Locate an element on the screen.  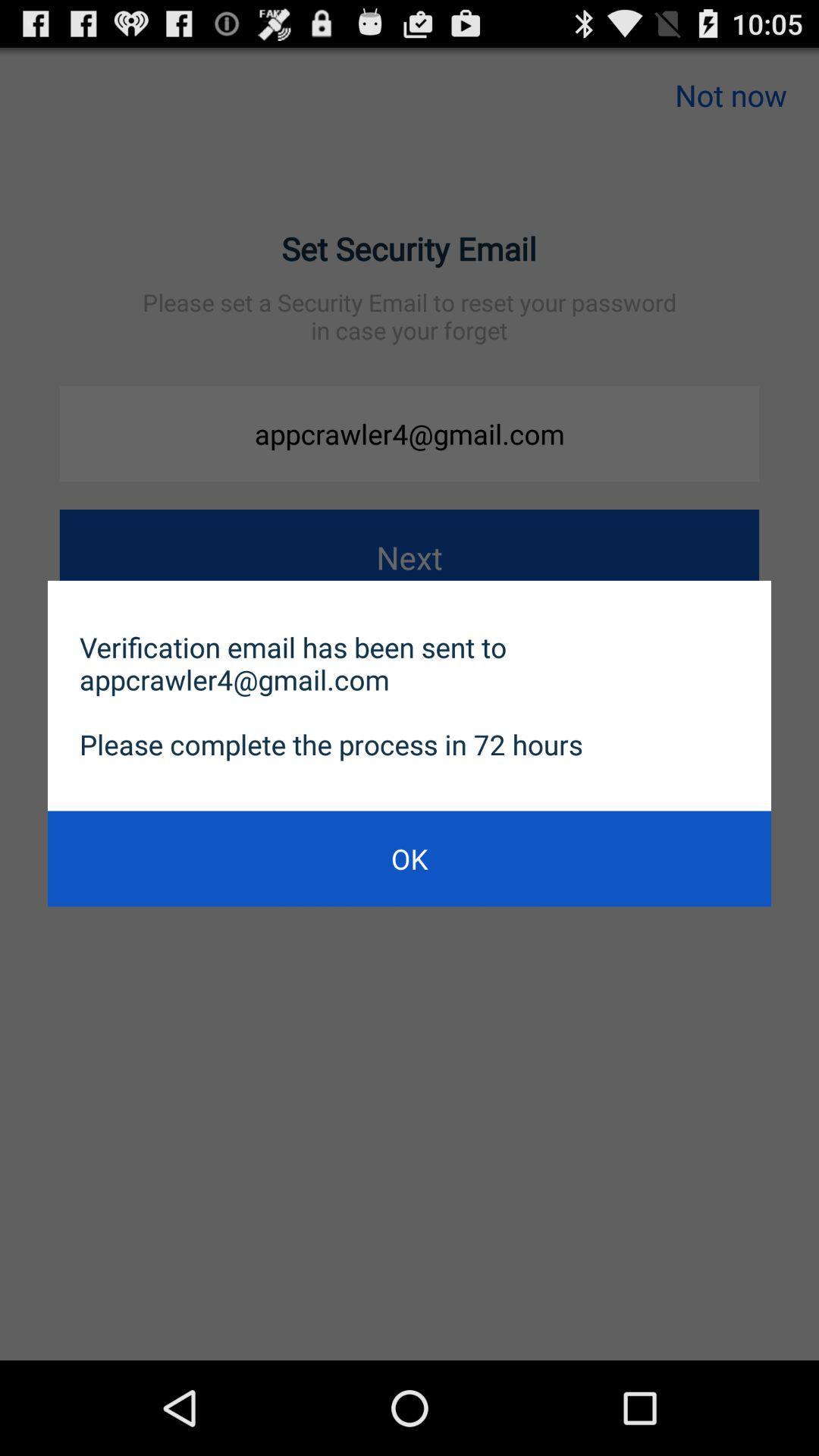
the app below the verification email has is located at coordinates (409, 858).